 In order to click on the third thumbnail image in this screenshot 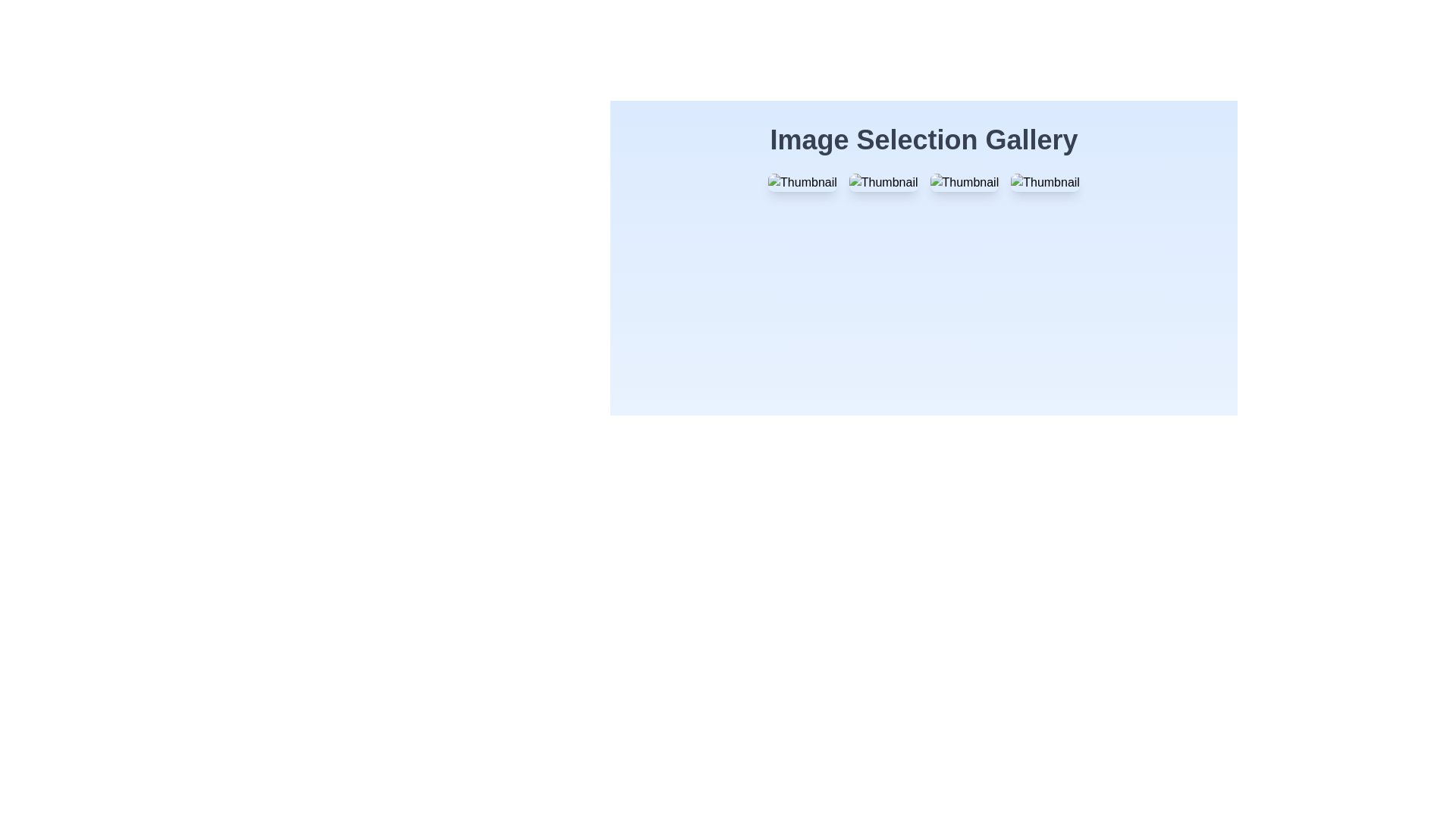, I will do `click(963, 181)`.